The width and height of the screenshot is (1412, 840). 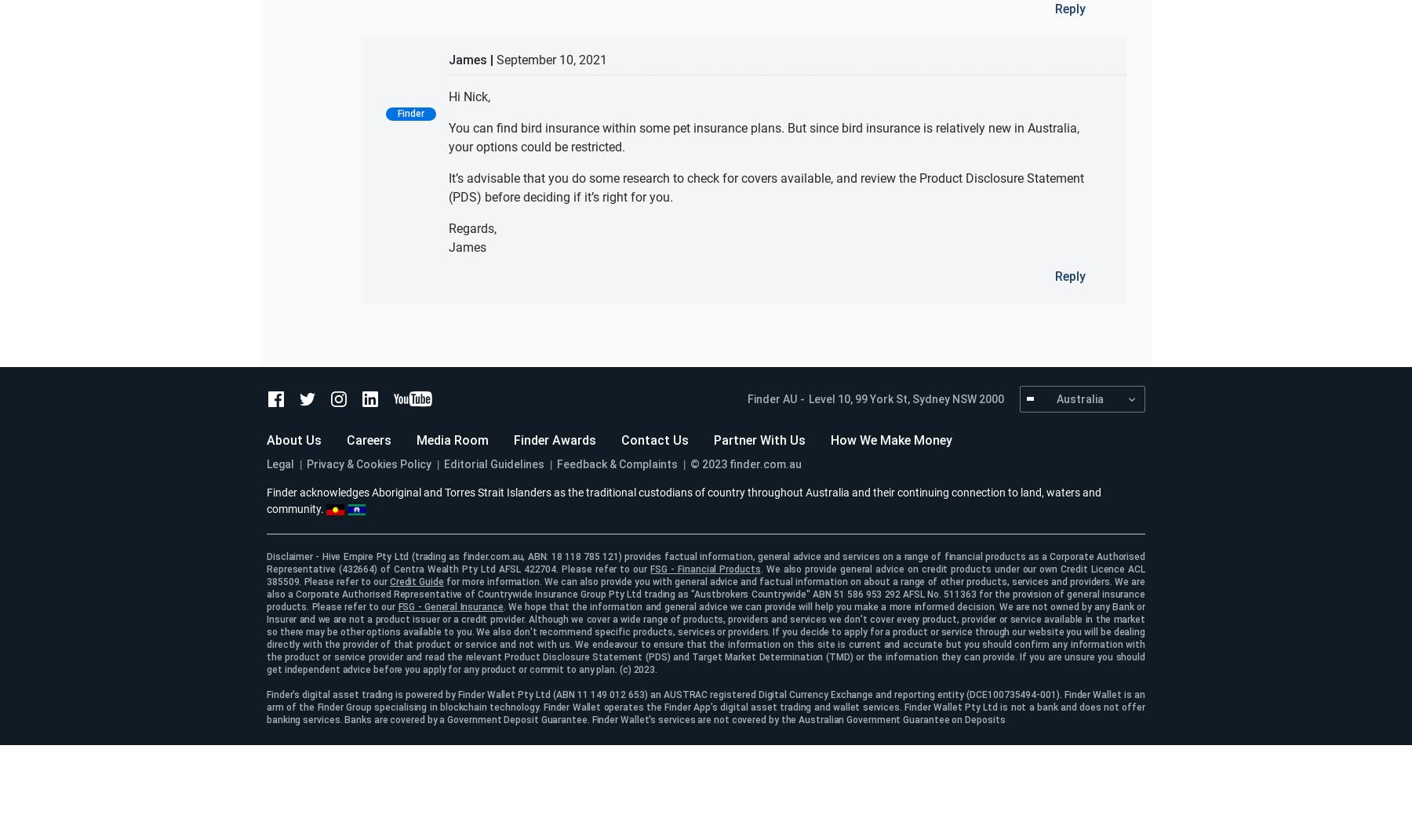 What do you see at coordinates (450, 605) in the screenshot?
I see `'FSG - General Insurance'` at bounding box center [450, 605].